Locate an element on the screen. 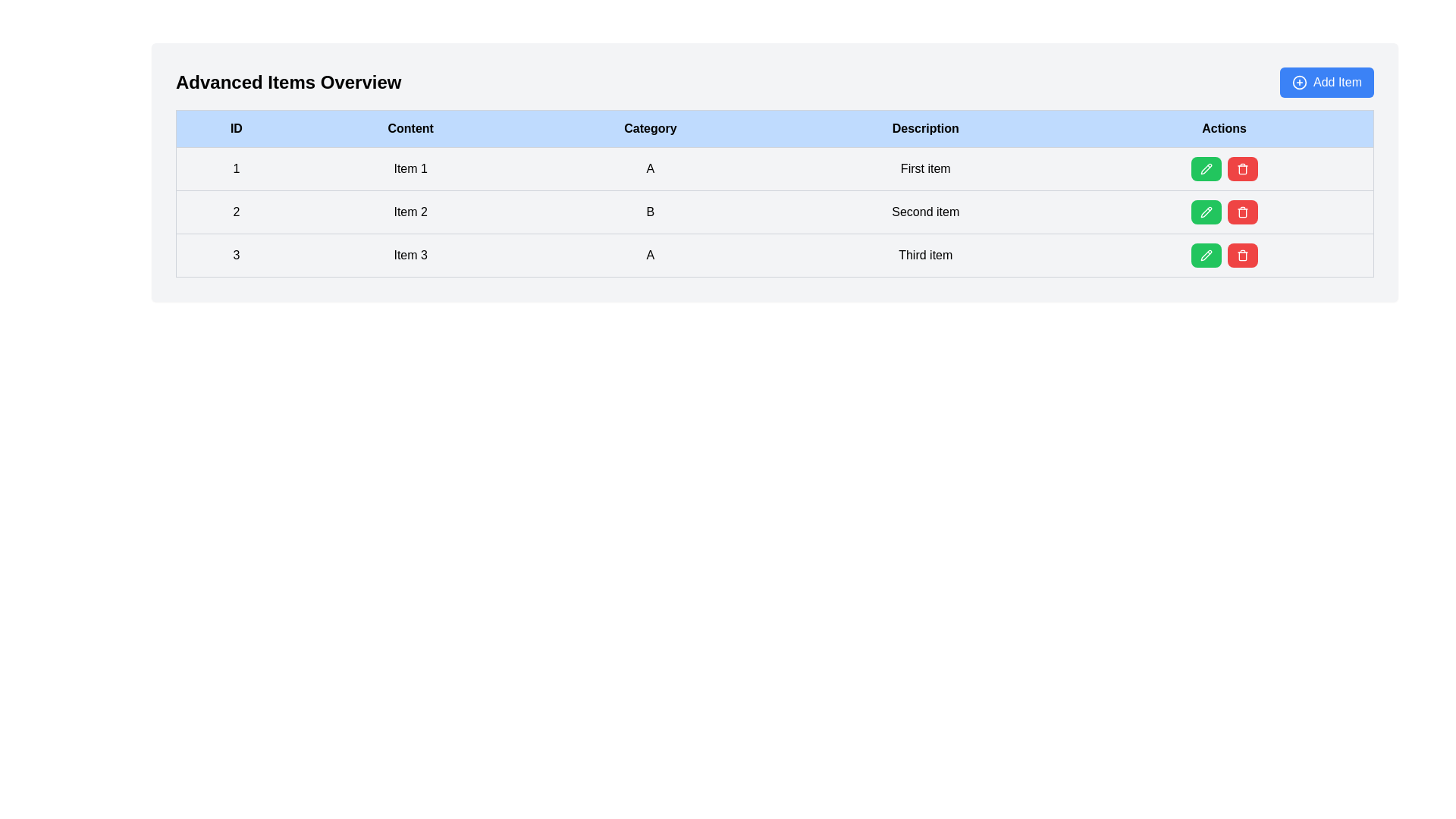  the text label displaying the numeral '2' in the first cell of the second row under the 'ID' column for detailed accessibility description is located at coordinates (235, 212).